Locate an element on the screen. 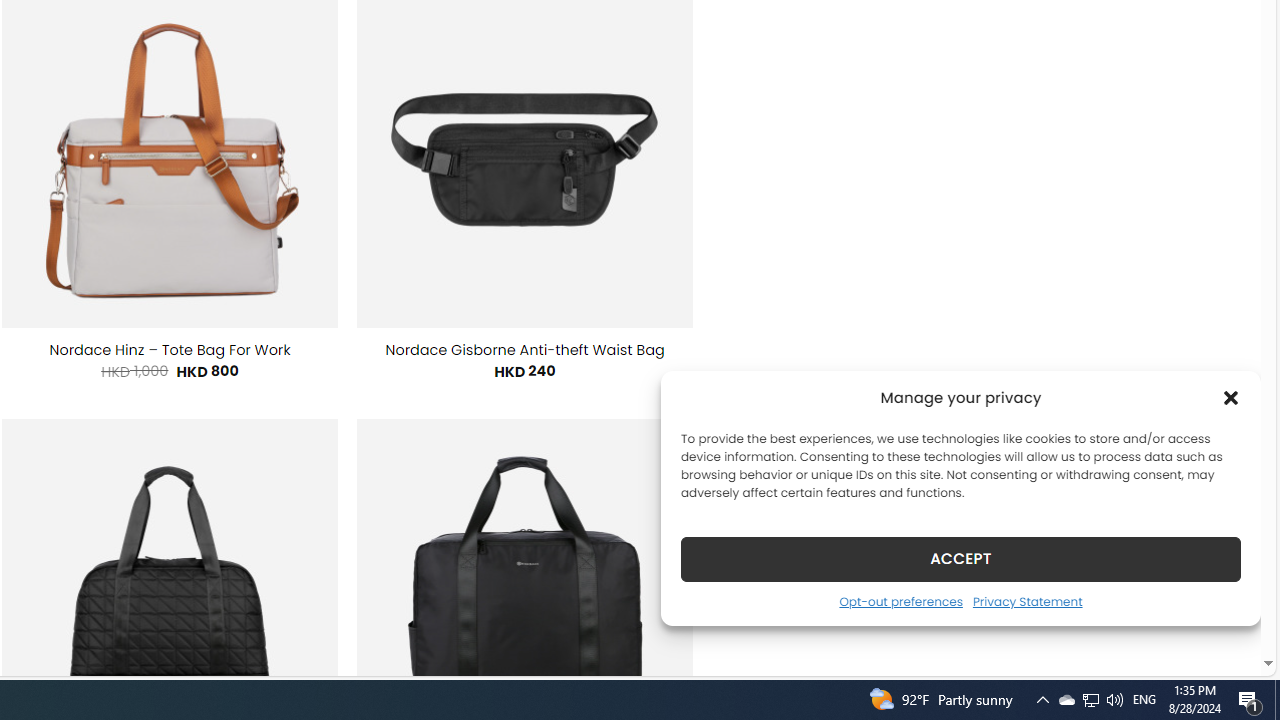  'Opt-out preferences' is located at coordinates (899, 600).